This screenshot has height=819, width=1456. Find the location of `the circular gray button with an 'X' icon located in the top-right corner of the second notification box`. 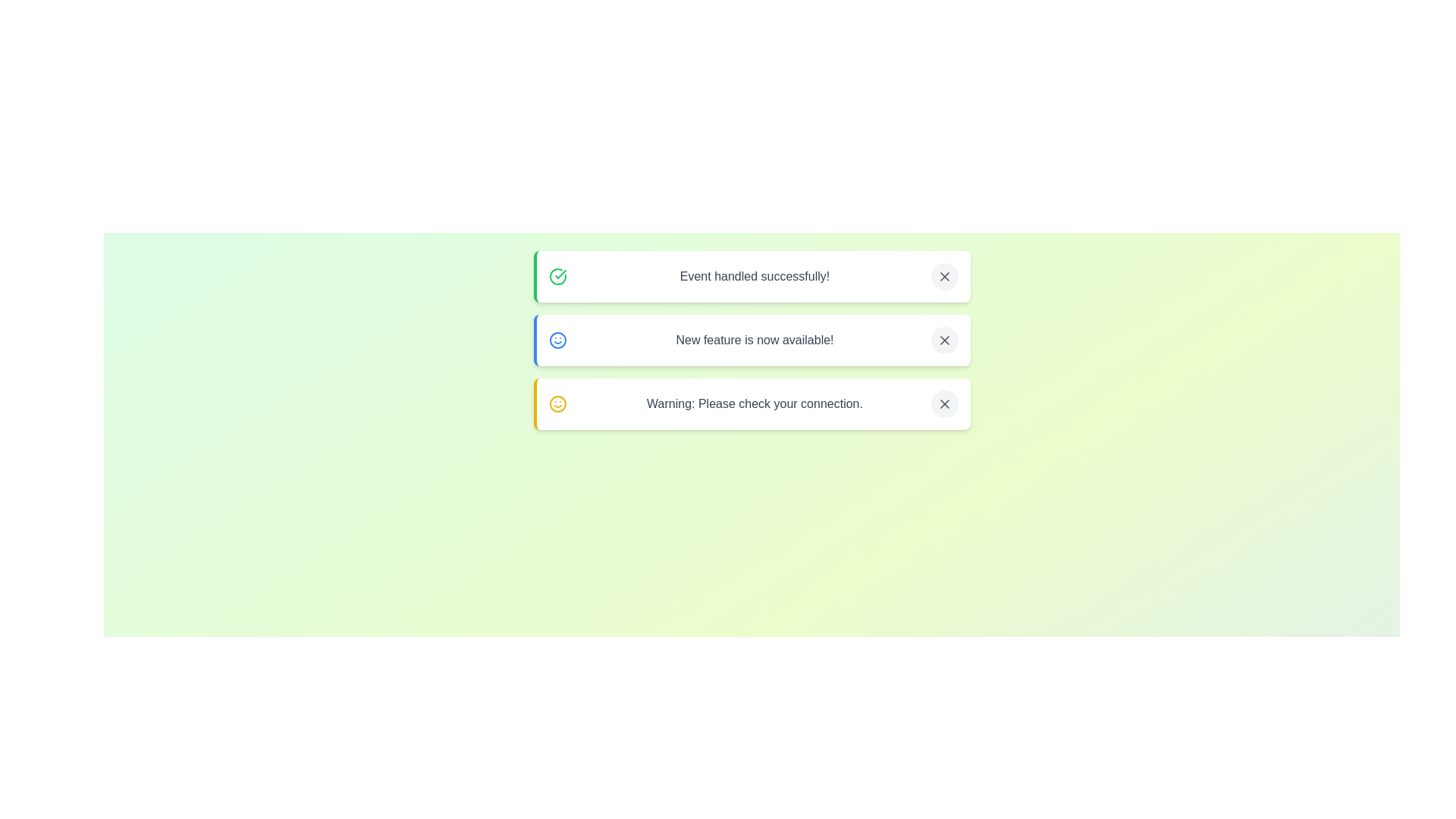

the circular gray button with an 'X' icon located in the top-right corner of the second notification box is located at coordinates (943, 339).